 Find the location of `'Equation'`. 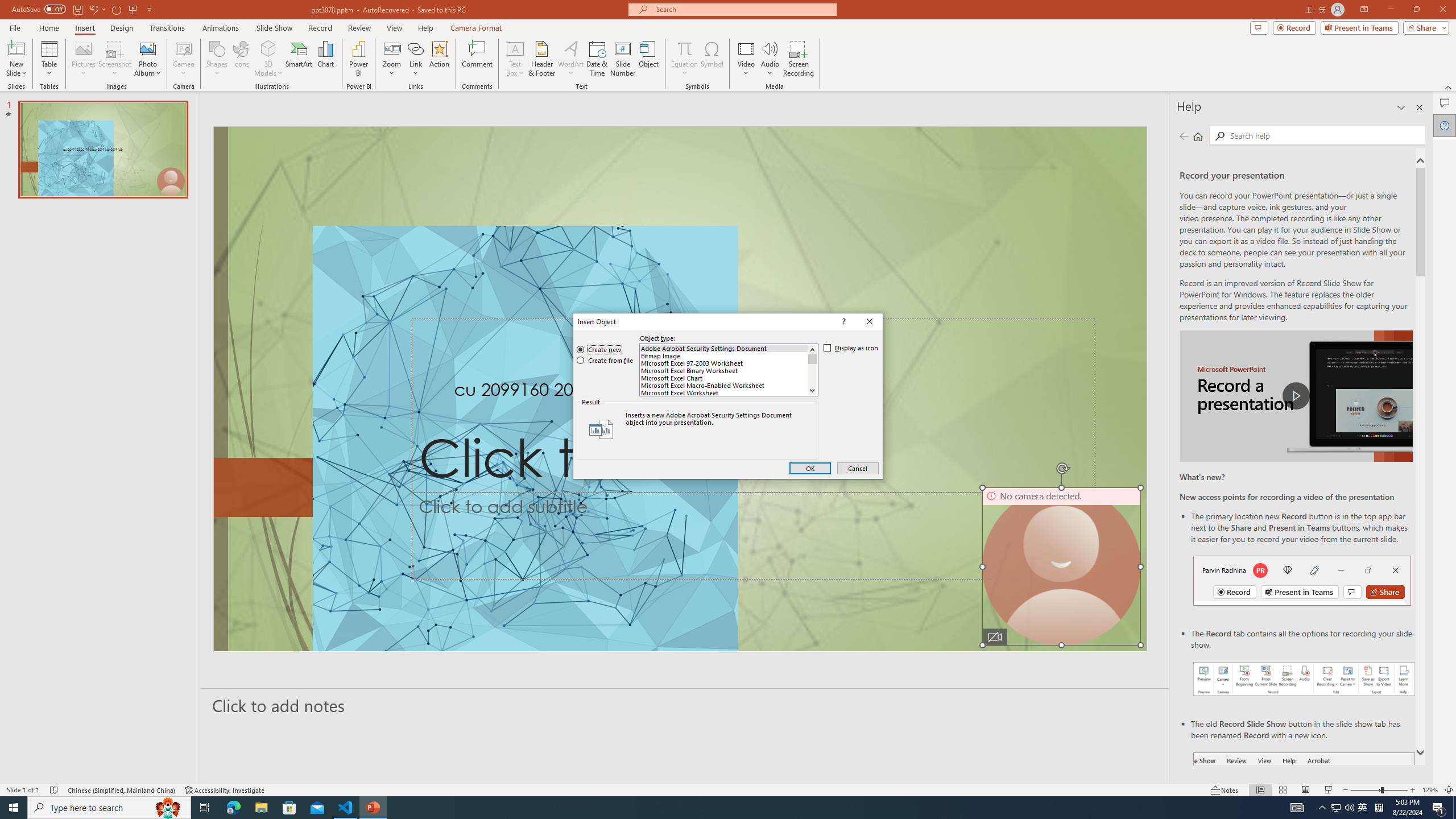

'Equation' is located at coordinates (684, 48).